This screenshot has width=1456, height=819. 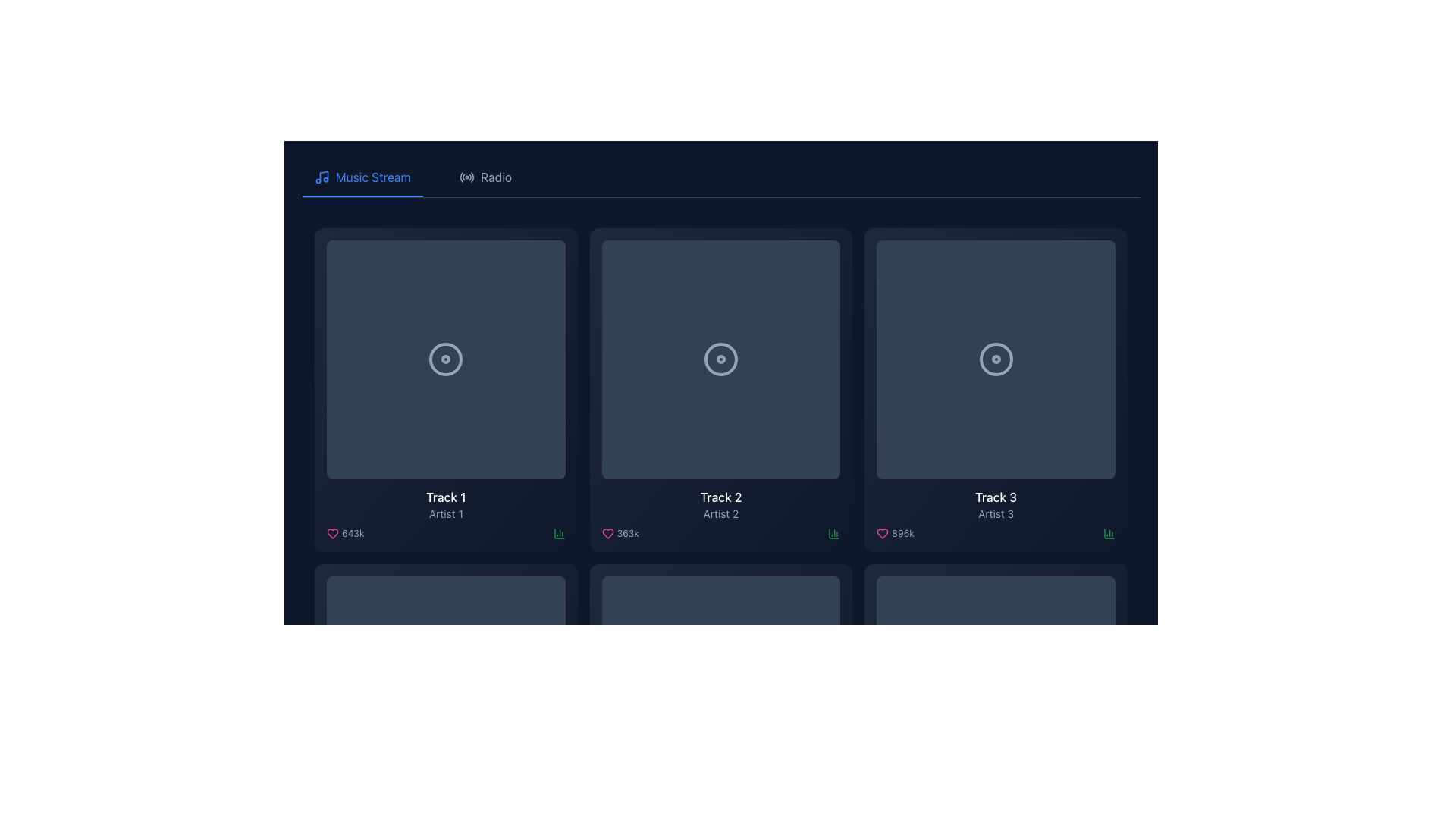 What do you see at coordinates (997, 359) in the screenshot?
I see `the play button icon (stylized as a triangle) located in the third column of the media items list to initiate playback of 'Track 3, Artist 3'` at bounding box center [997, 359].